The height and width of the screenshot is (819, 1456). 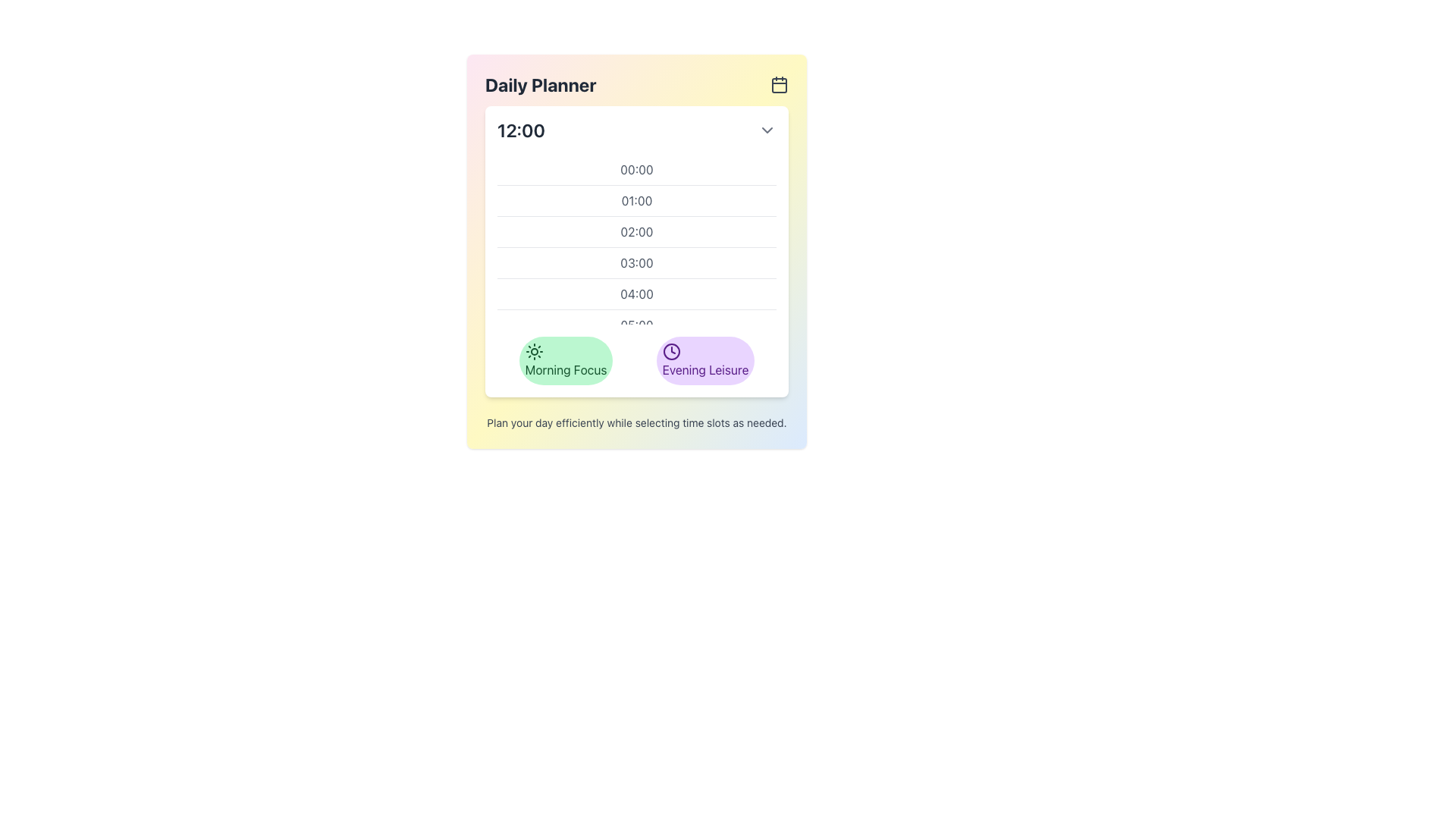 What do you see at coordinates (779, 84) in the screenshot?
I see `the calendar icon located at the top-right corner of the 'Daily Planner' title section, which features a minimalist design with a rectangular shape and two small vertical lines at the top` at bounding box center [779, 84].